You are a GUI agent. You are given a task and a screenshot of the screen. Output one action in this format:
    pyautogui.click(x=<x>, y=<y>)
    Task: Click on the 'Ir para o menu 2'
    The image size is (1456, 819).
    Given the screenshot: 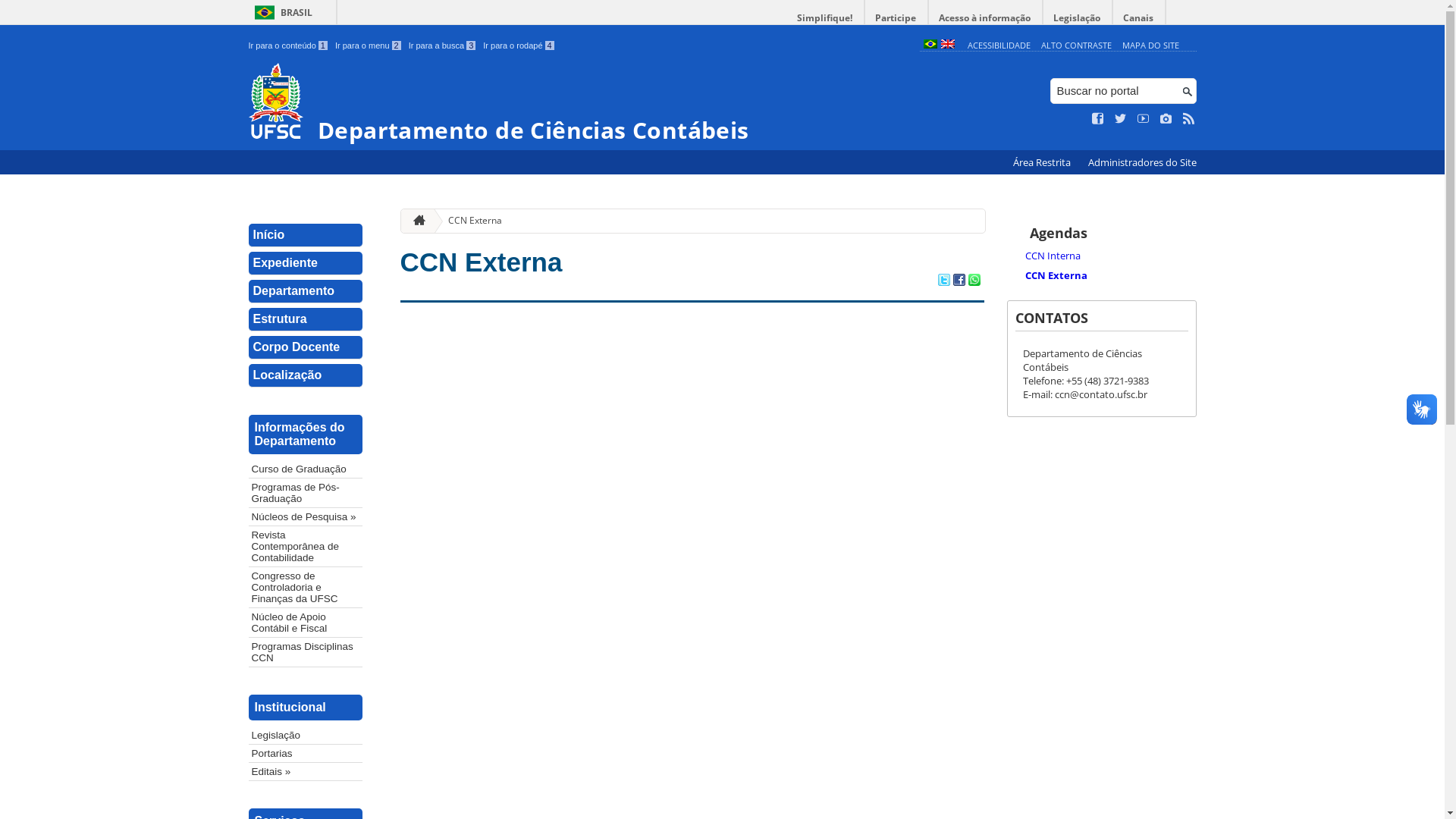 What is the action you would take?
    pyautogui.click(x=368, y=45)
    